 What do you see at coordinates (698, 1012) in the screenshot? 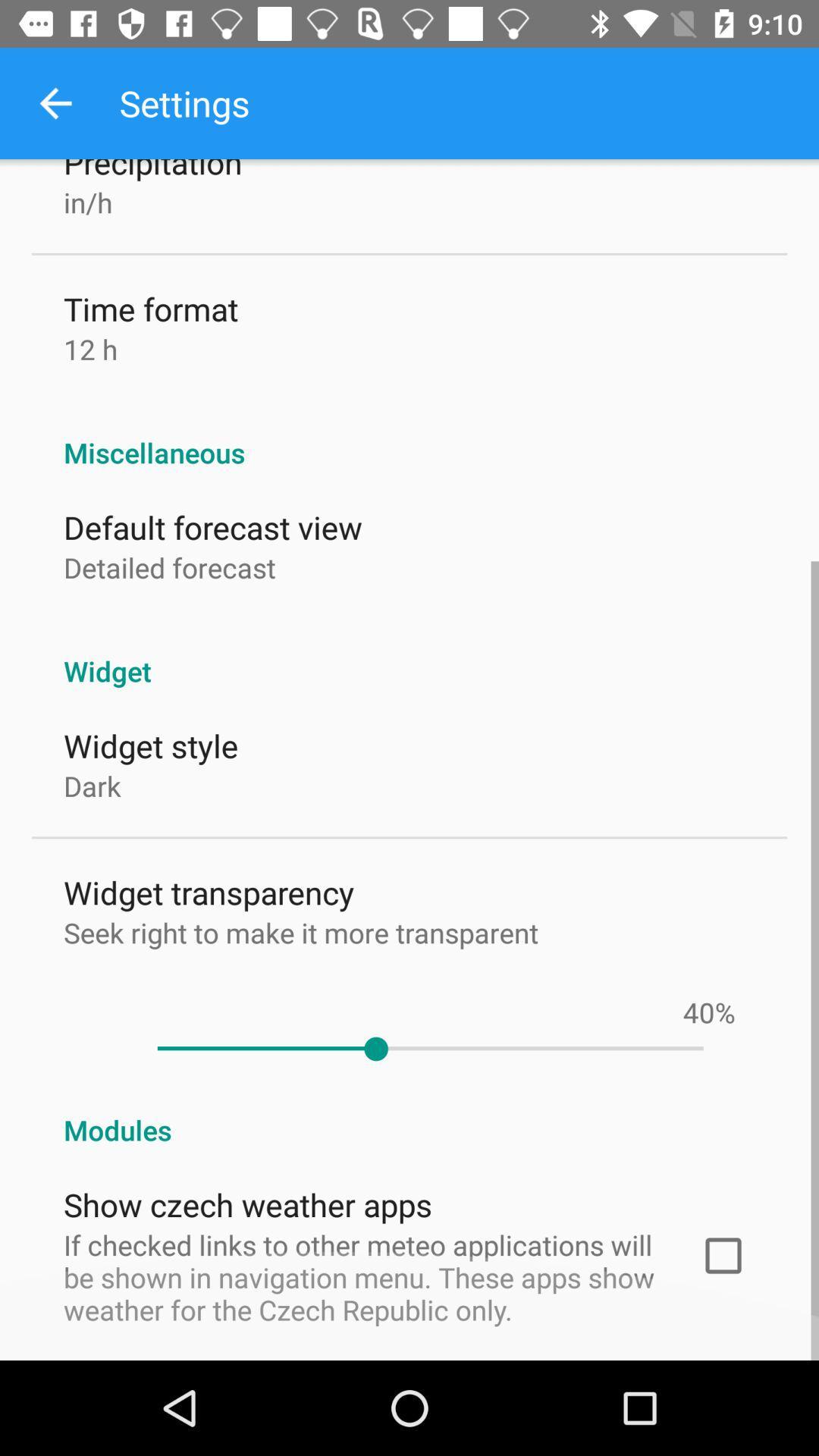
I see `item to the left of the % item` at bounding box center [698, 1012].